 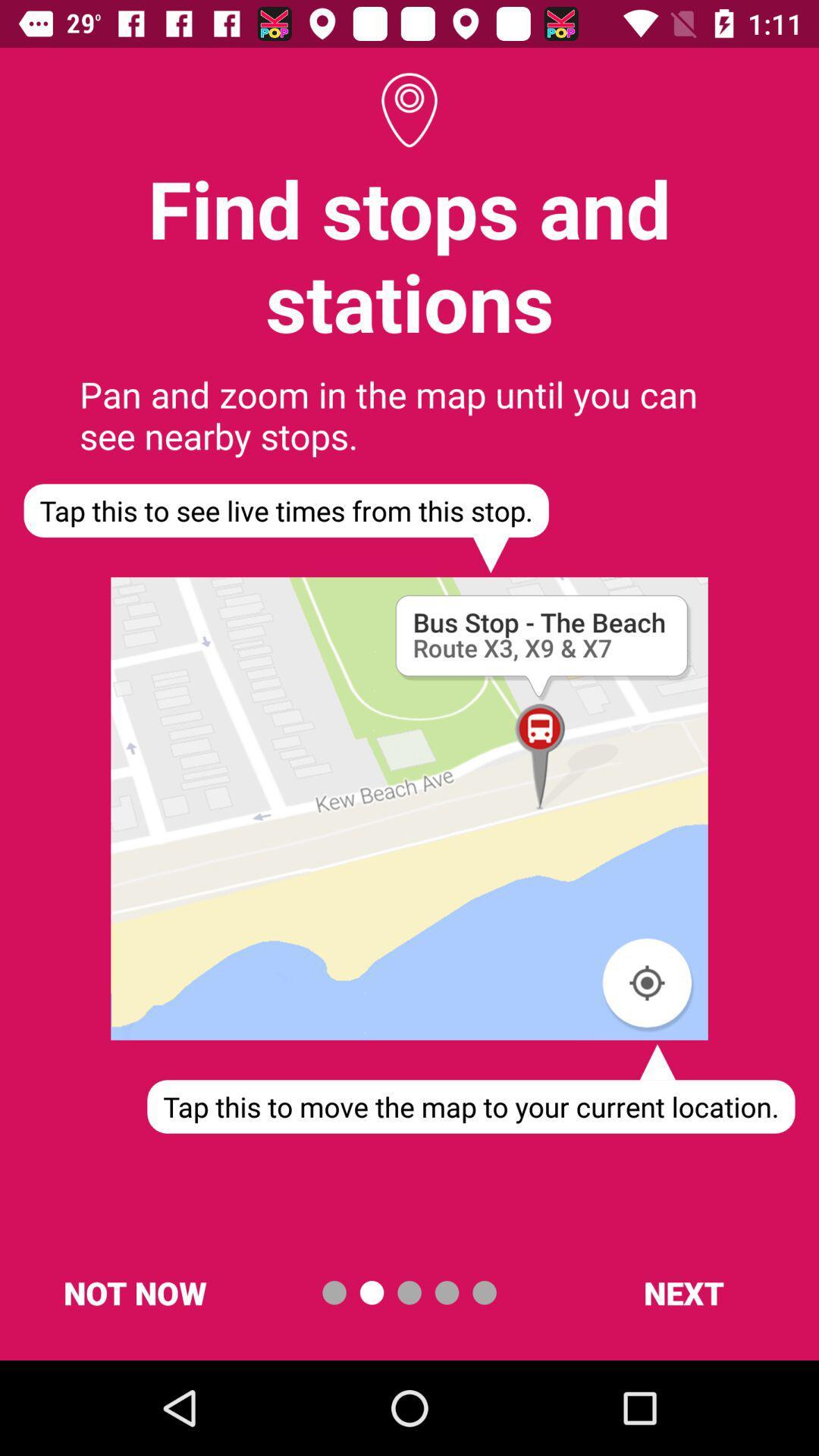 What do you see at coordinates (134, 1291) in the screenshot?
I see `the not now button` at bounding box center [134, 1291].